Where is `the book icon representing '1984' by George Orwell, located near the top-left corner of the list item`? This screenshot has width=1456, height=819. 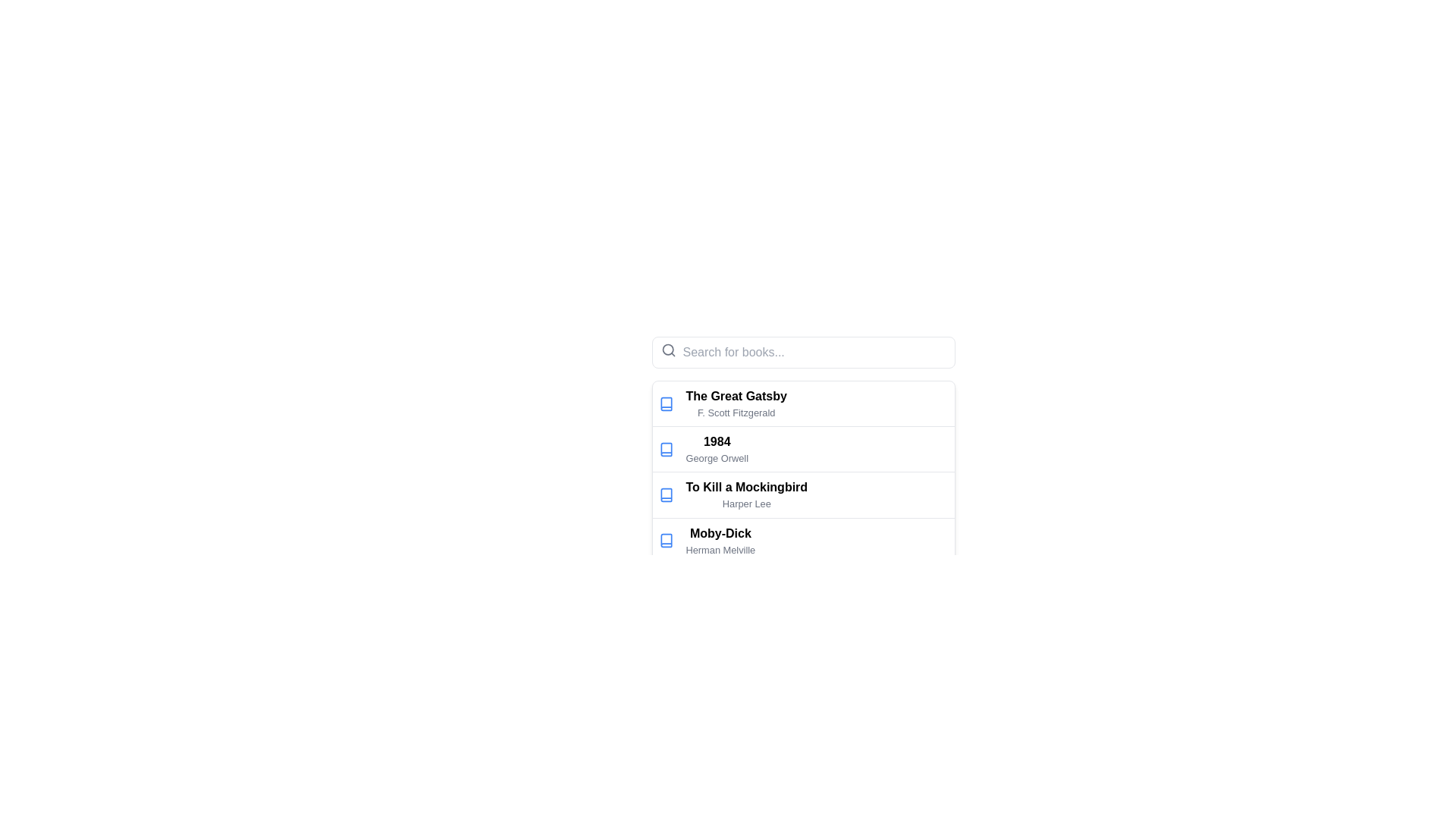 the book icon representing '1984' by George Orwell, located near the top-left corner of the list item is located at coordinates (666, 448).